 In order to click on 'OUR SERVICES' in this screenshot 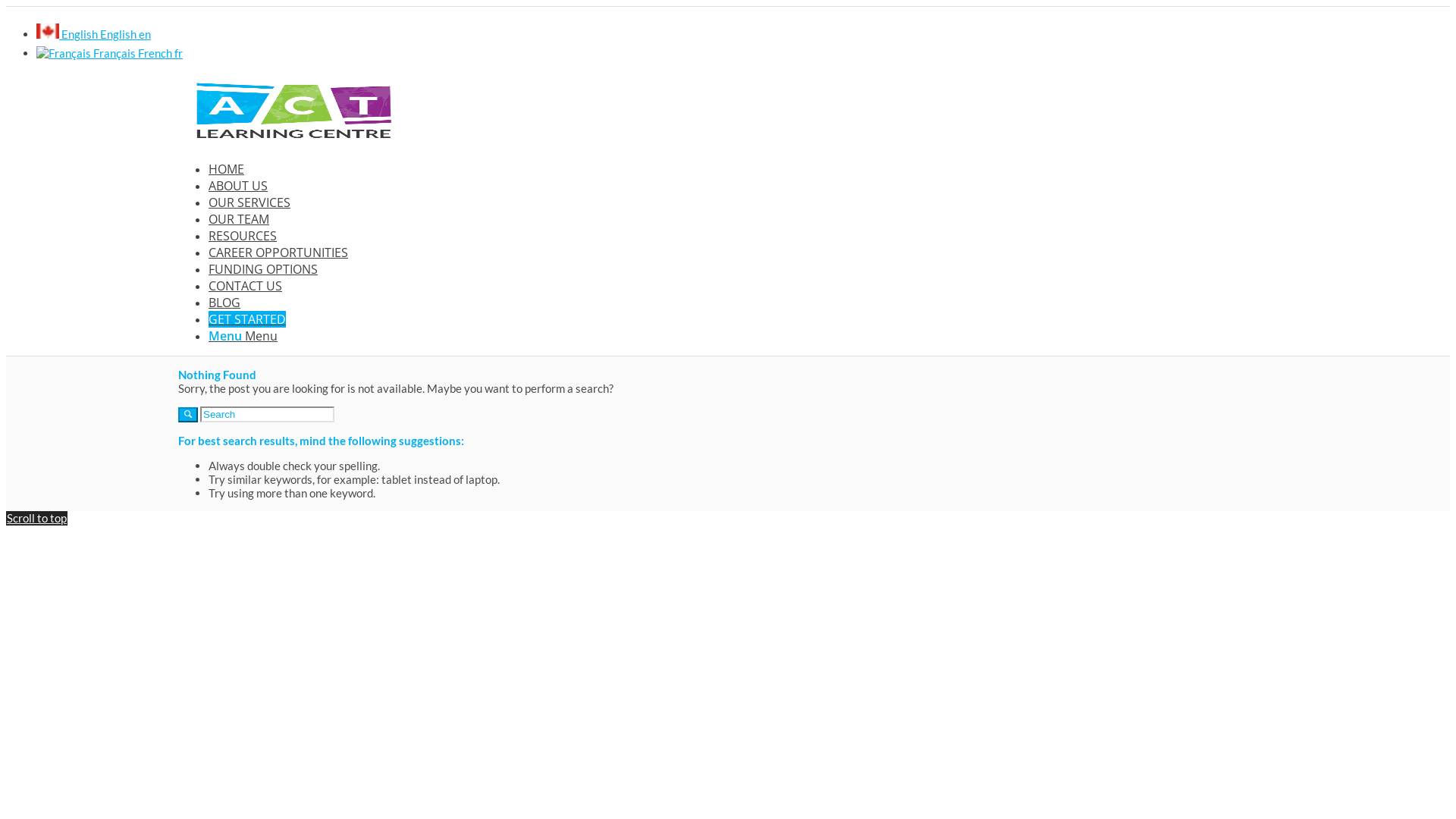, I will do `click(207, 201)`.